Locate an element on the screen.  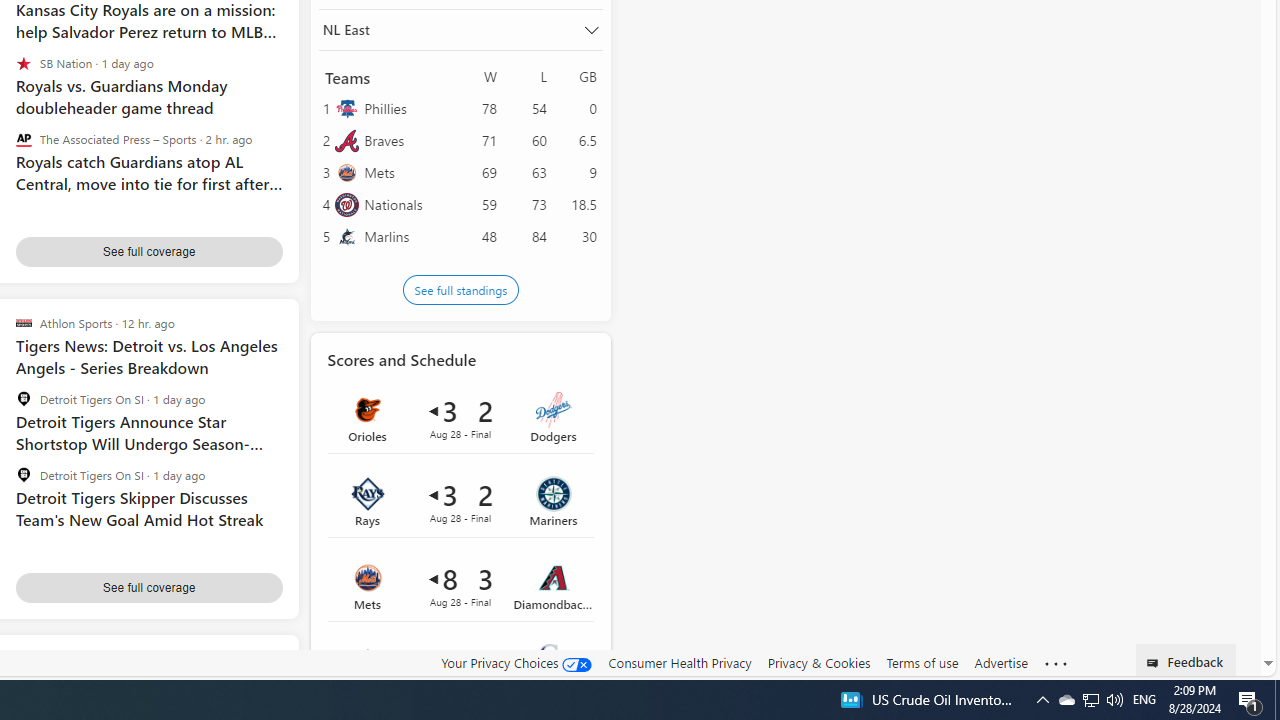
'Class: feedback_link_icon-DS-EntryPoint1-1' is located at coordinates (1156, 663).